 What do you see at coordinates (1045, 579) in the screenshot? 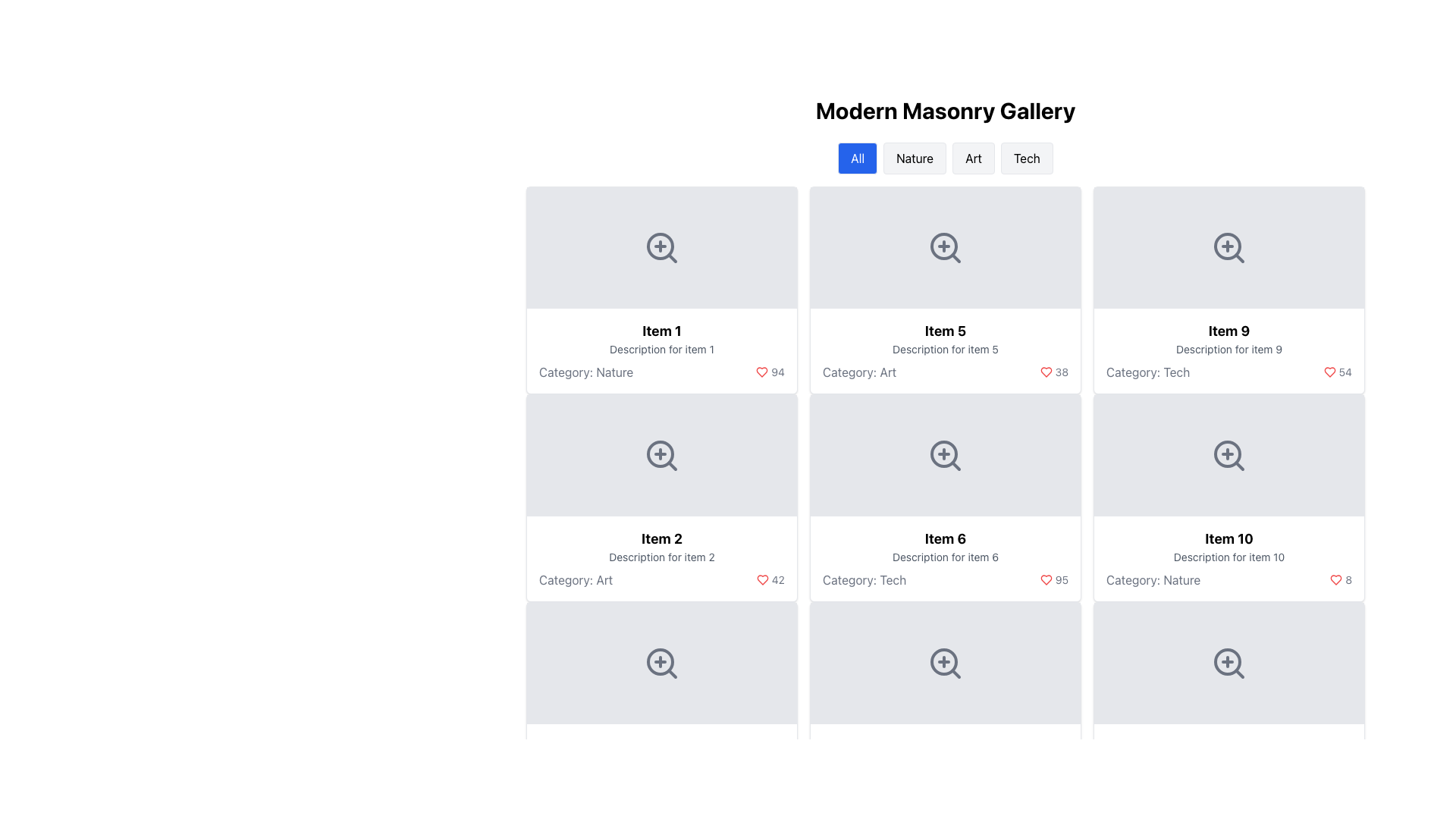
I see `the SVG icon located at the bottom right corner of the card labeled 'Item 6' to like the associated item` at bounding box center [1045, 579].